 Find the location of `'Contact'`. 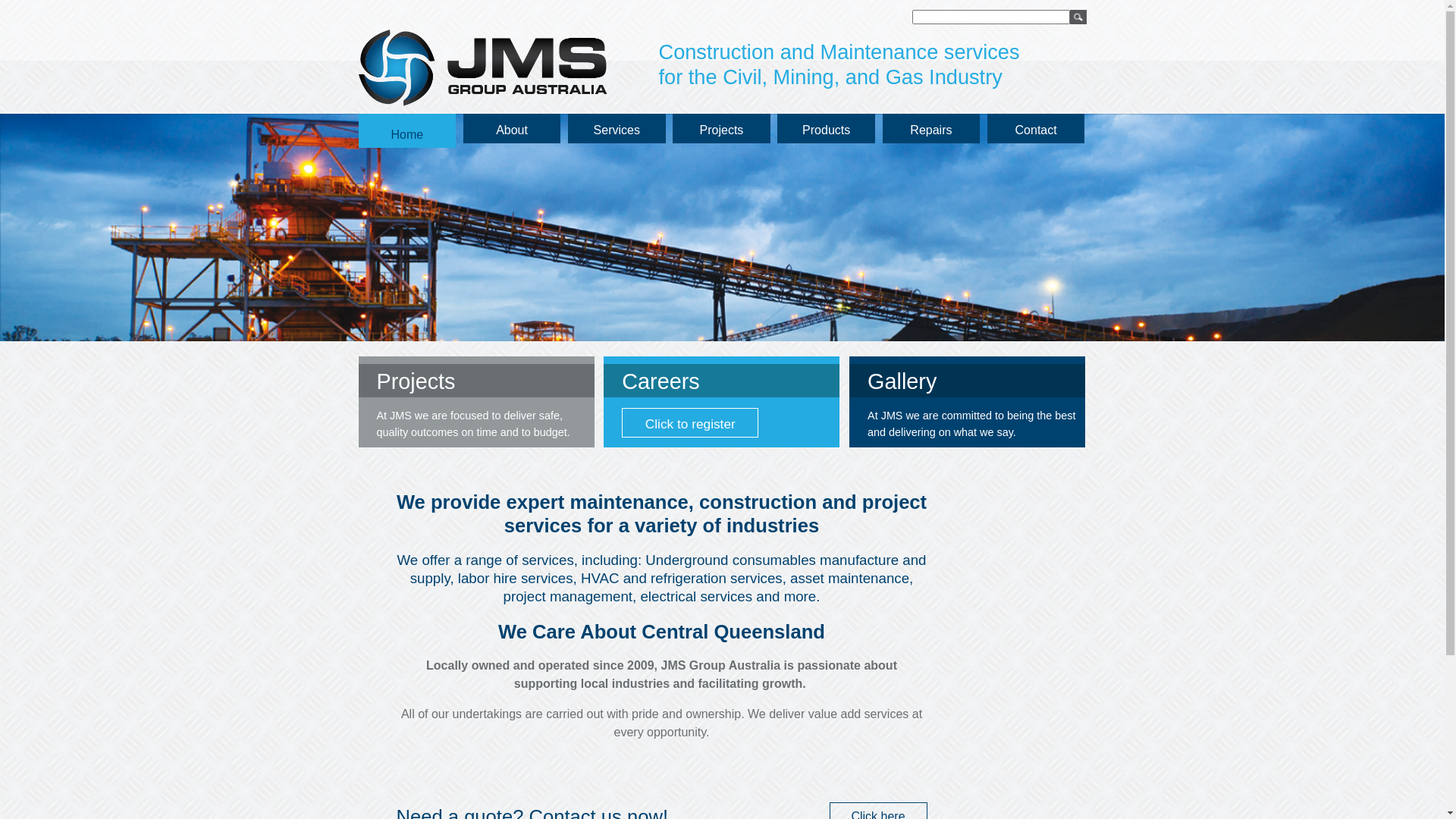

'Contact' is located at coordinates (1035, 127).